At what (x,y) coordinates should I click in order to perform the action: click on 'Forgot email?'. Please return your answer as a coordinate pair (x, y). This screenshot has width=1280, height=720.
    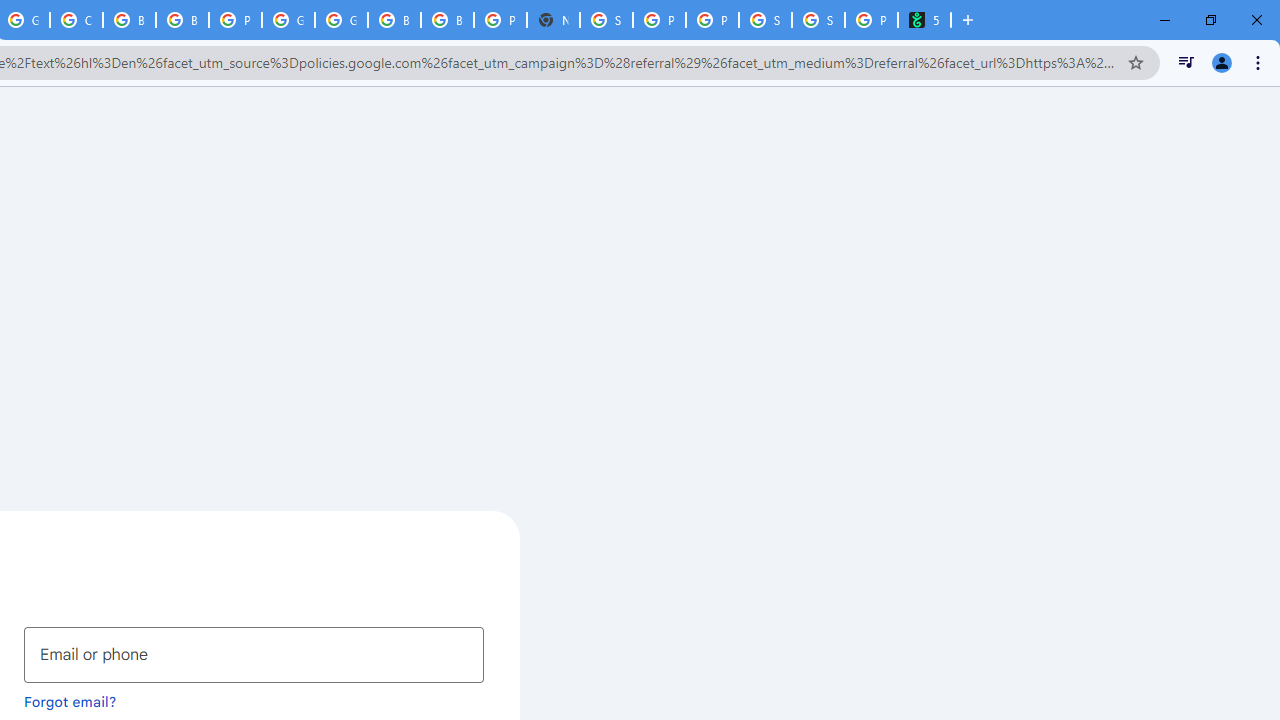
    Looking at the image, I should click on (70, 700).